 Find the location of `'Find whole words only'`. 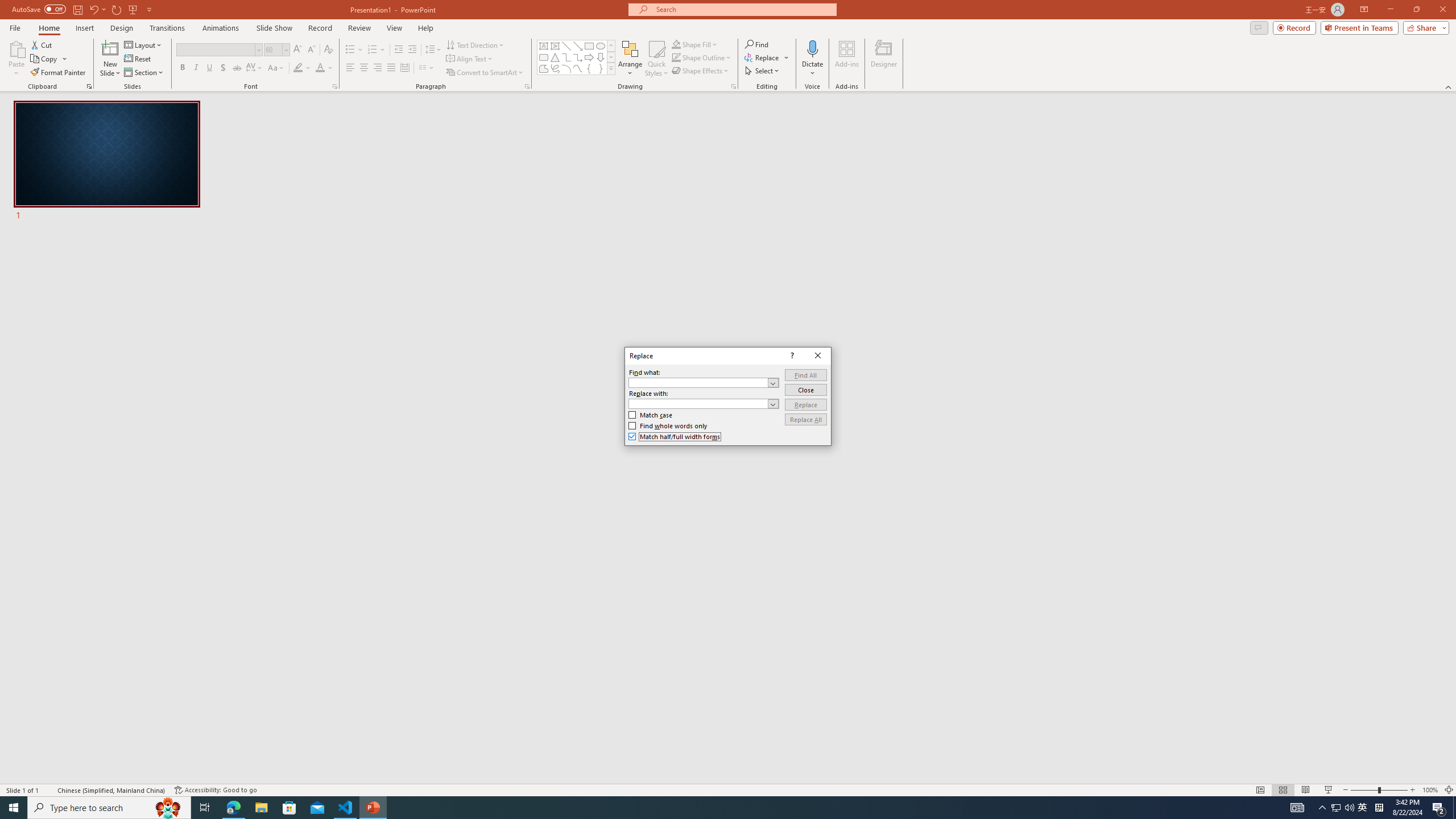

'Find whole words only' is located at coordinates (668, 425).